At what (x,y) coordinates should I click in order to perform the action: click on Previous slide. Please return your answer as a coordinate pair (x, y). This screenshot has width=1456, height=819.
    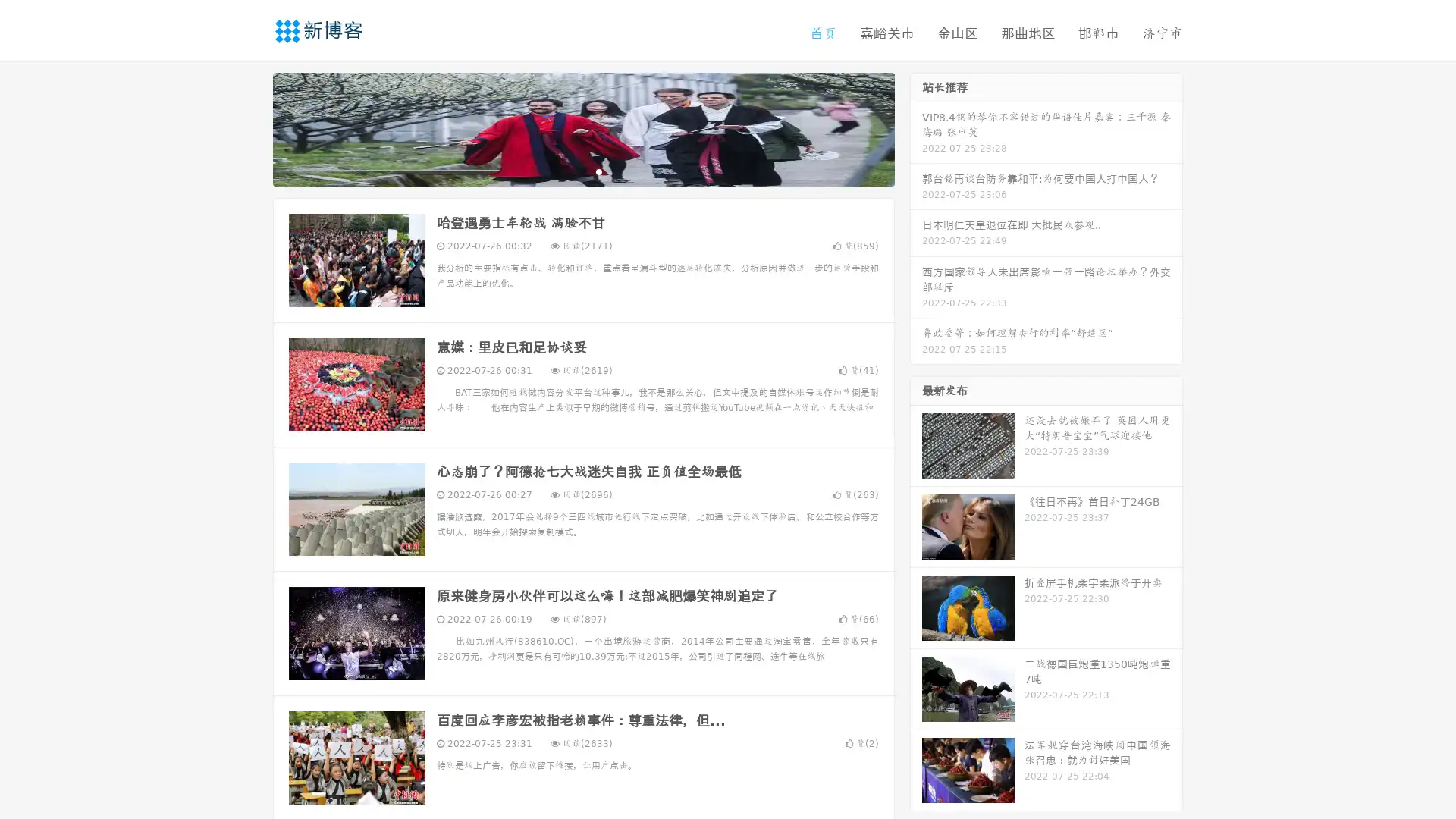
    Looking at the image, I should click on (250, 127).